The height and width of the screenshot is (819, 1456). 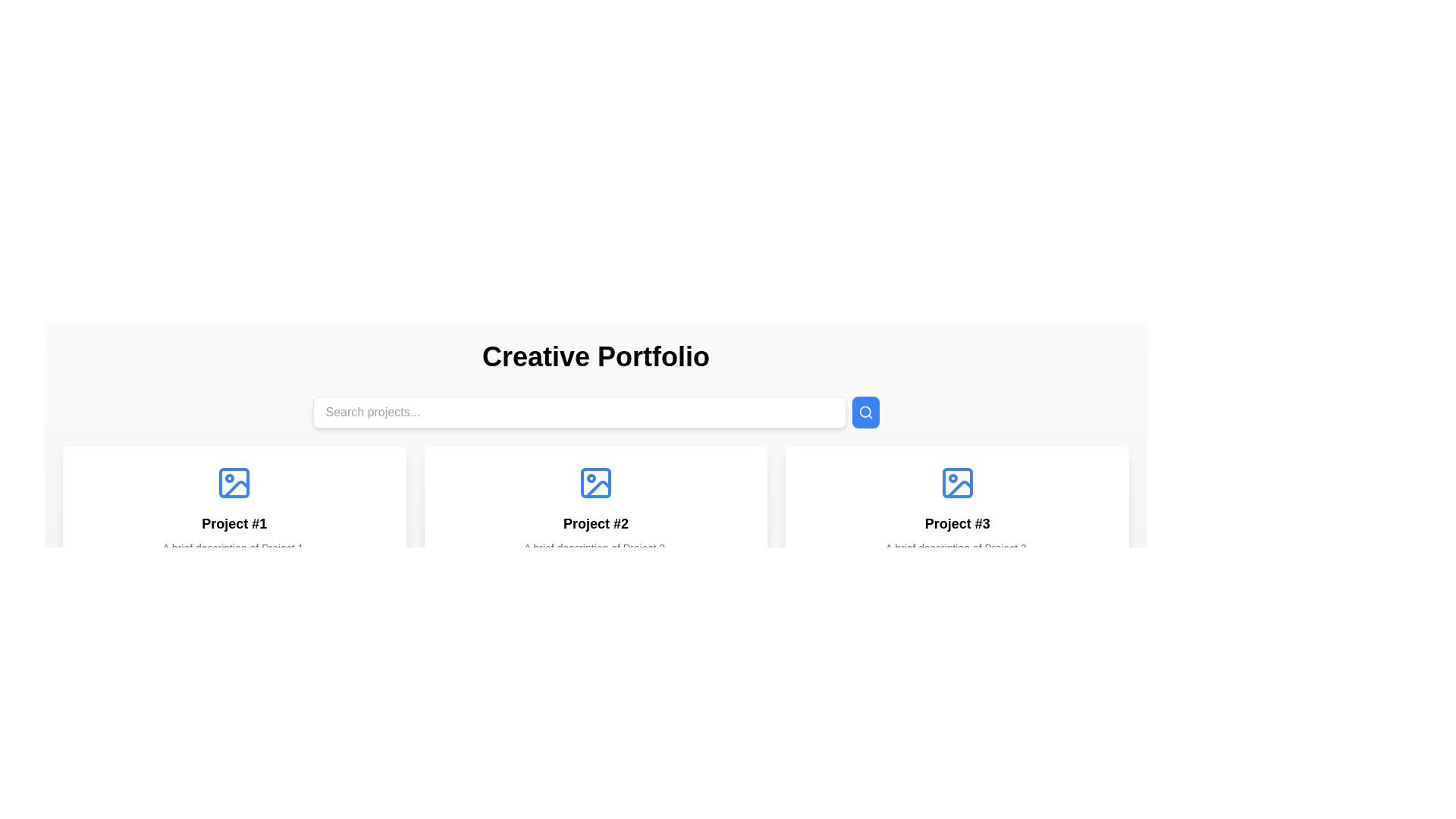 I want to click on the circular graphic icon within the search button, located to the right side of the search text input field, so click(x=864, y=412).